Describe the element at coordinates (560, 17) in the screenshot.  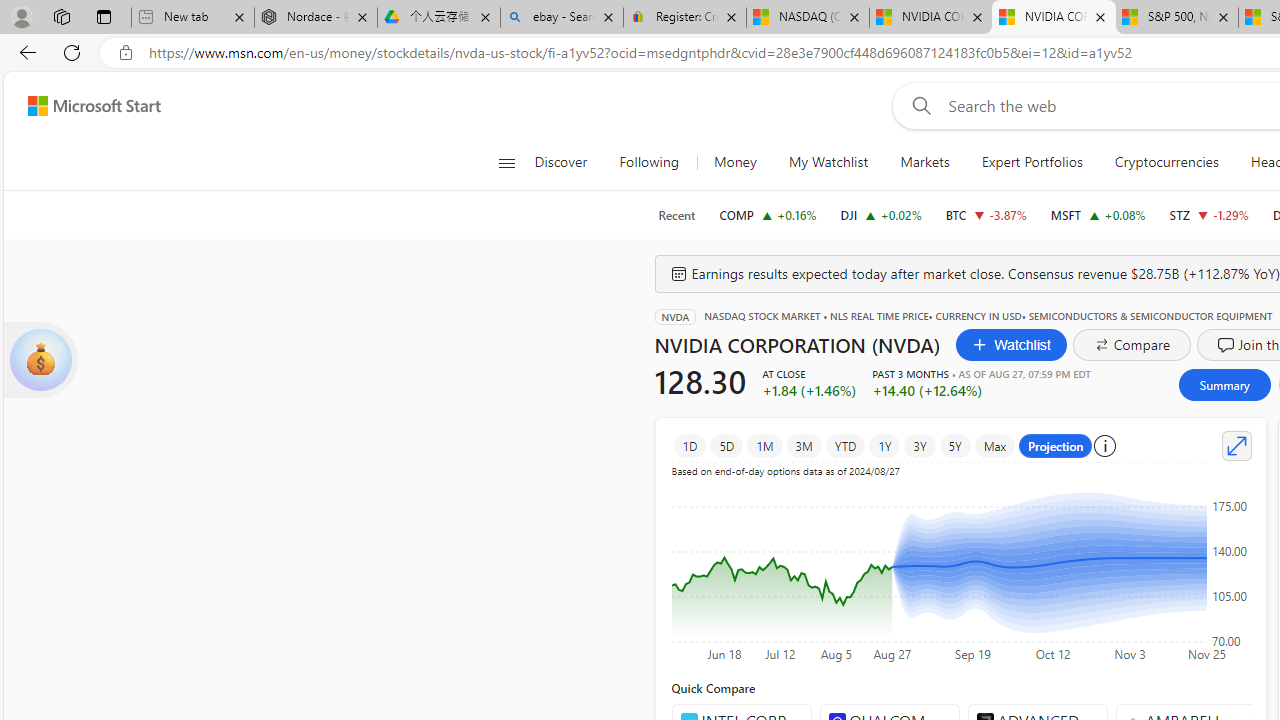
I see `'ebay - Search'` at that location.